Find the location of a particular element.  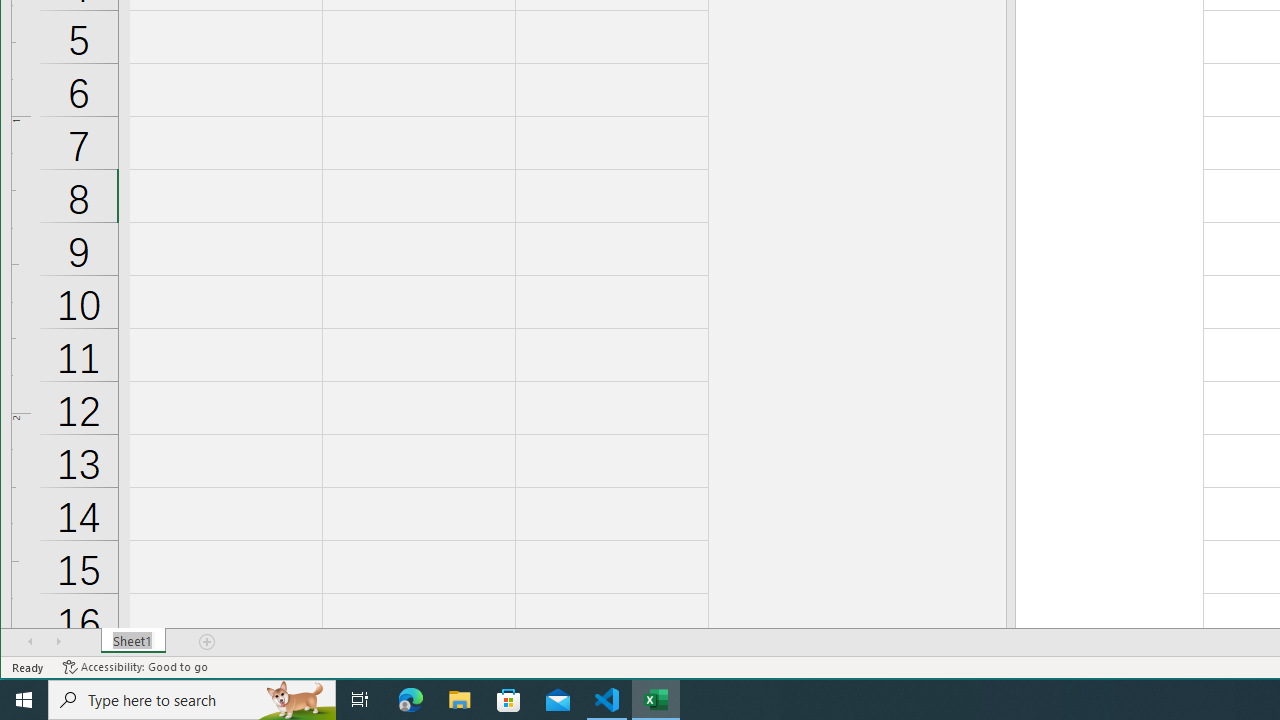

'Microsoft Edge' is located at coordinates (410, 698).